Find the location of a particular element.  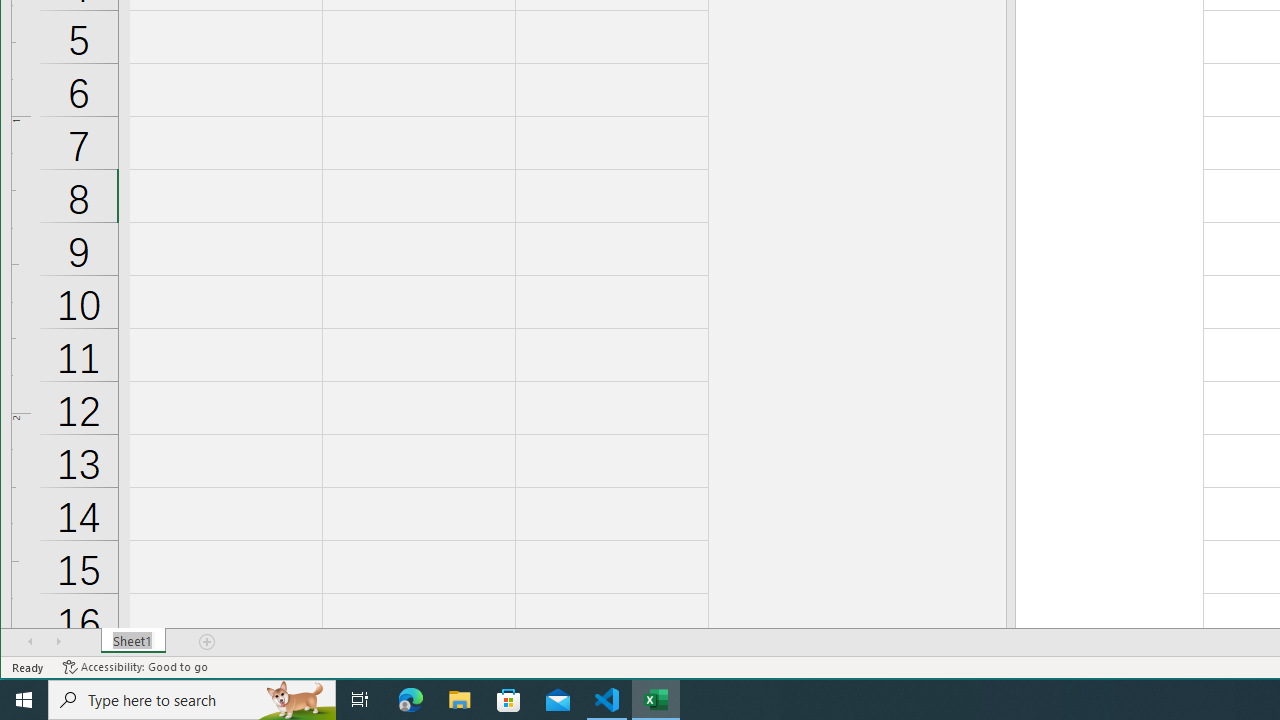

'Microsoft Edge' is located at coordinates (410, 698).